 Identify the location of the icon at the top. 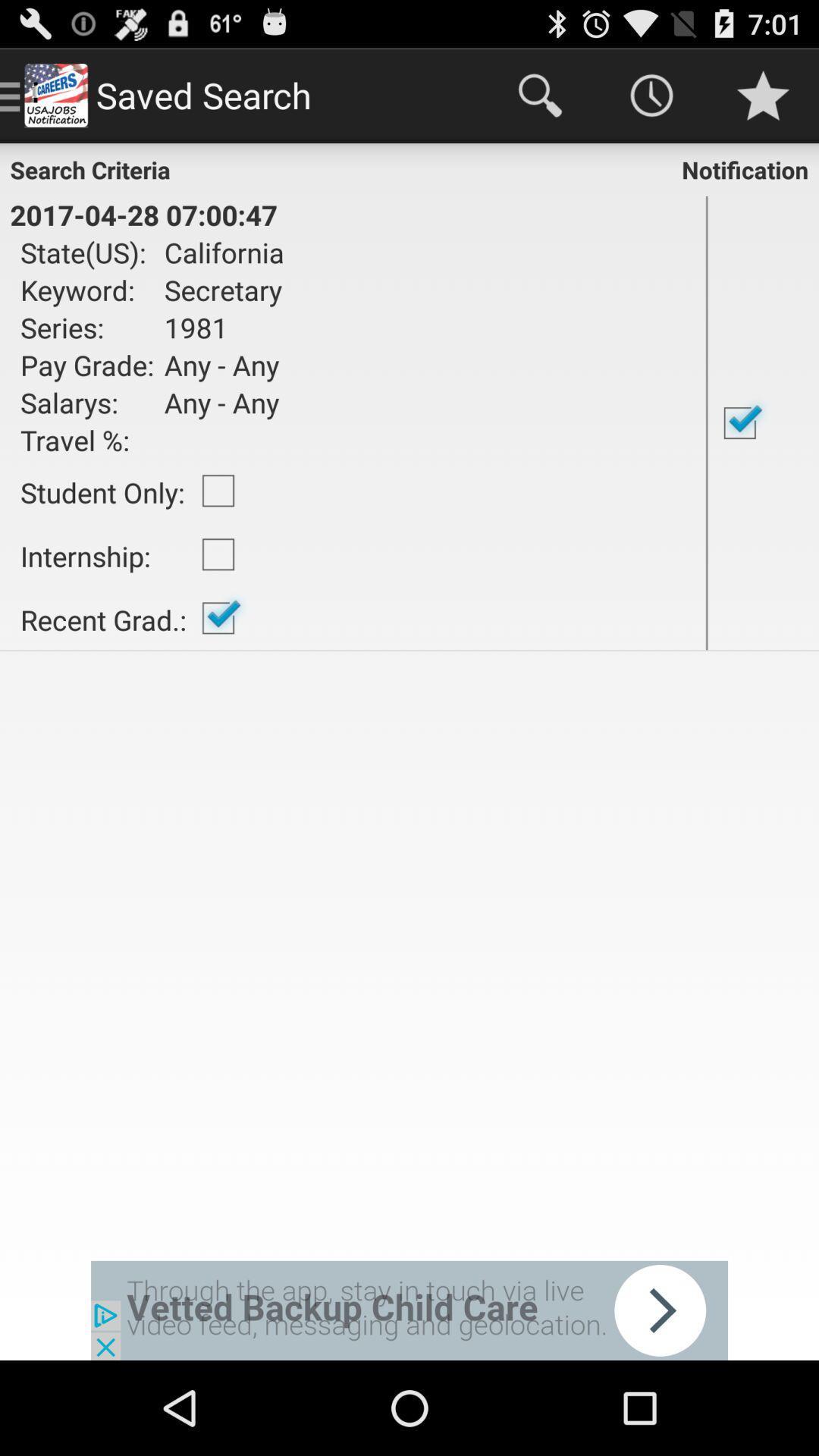
(539, 94).